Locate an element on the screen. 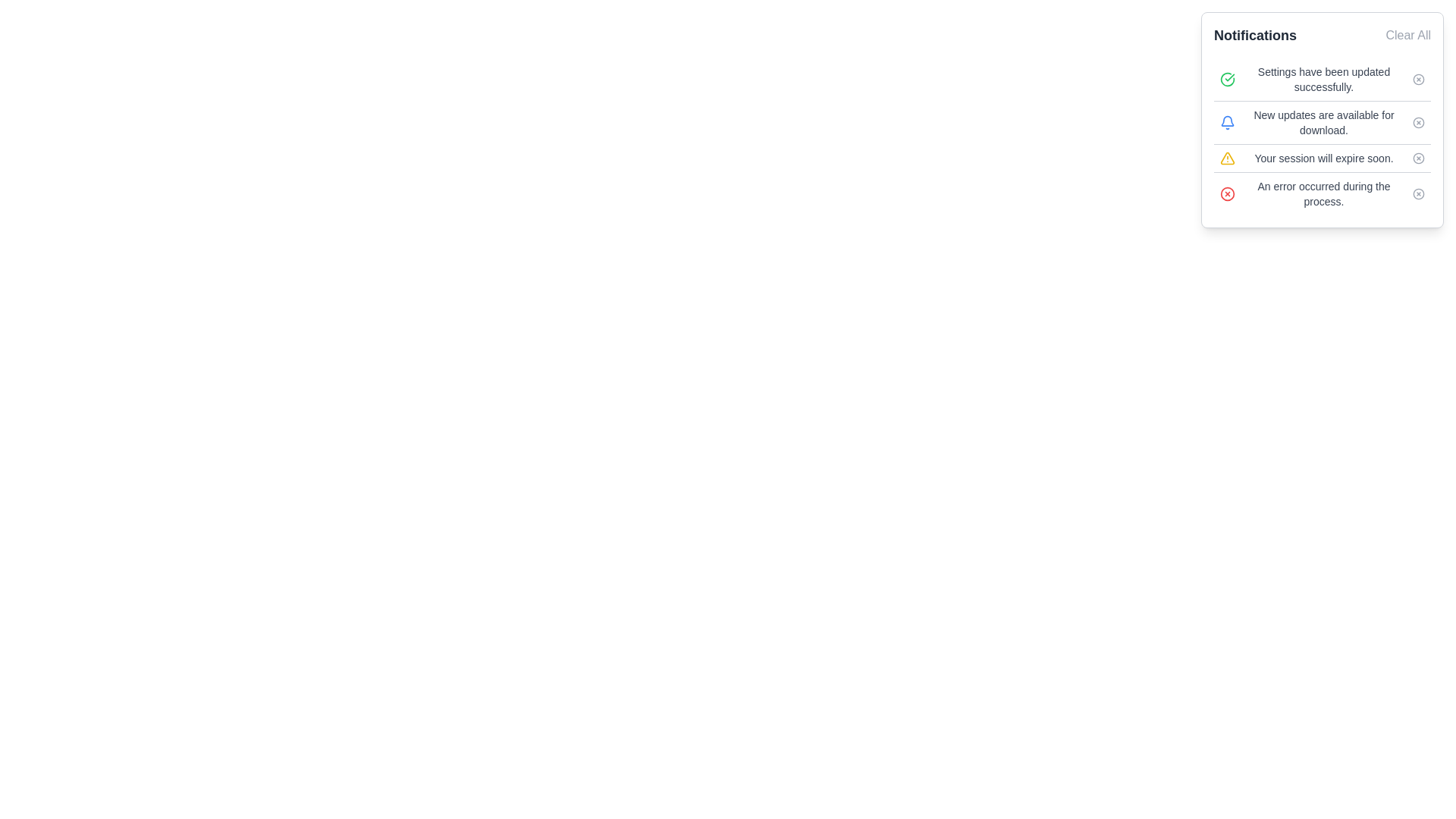 The height and width of the screenshot is (819, 1456). the Text Label displaying the message 'An error occurred during the process.' which is located at the bottom-right corner of the notification card is located at coordinates (1323, 193).